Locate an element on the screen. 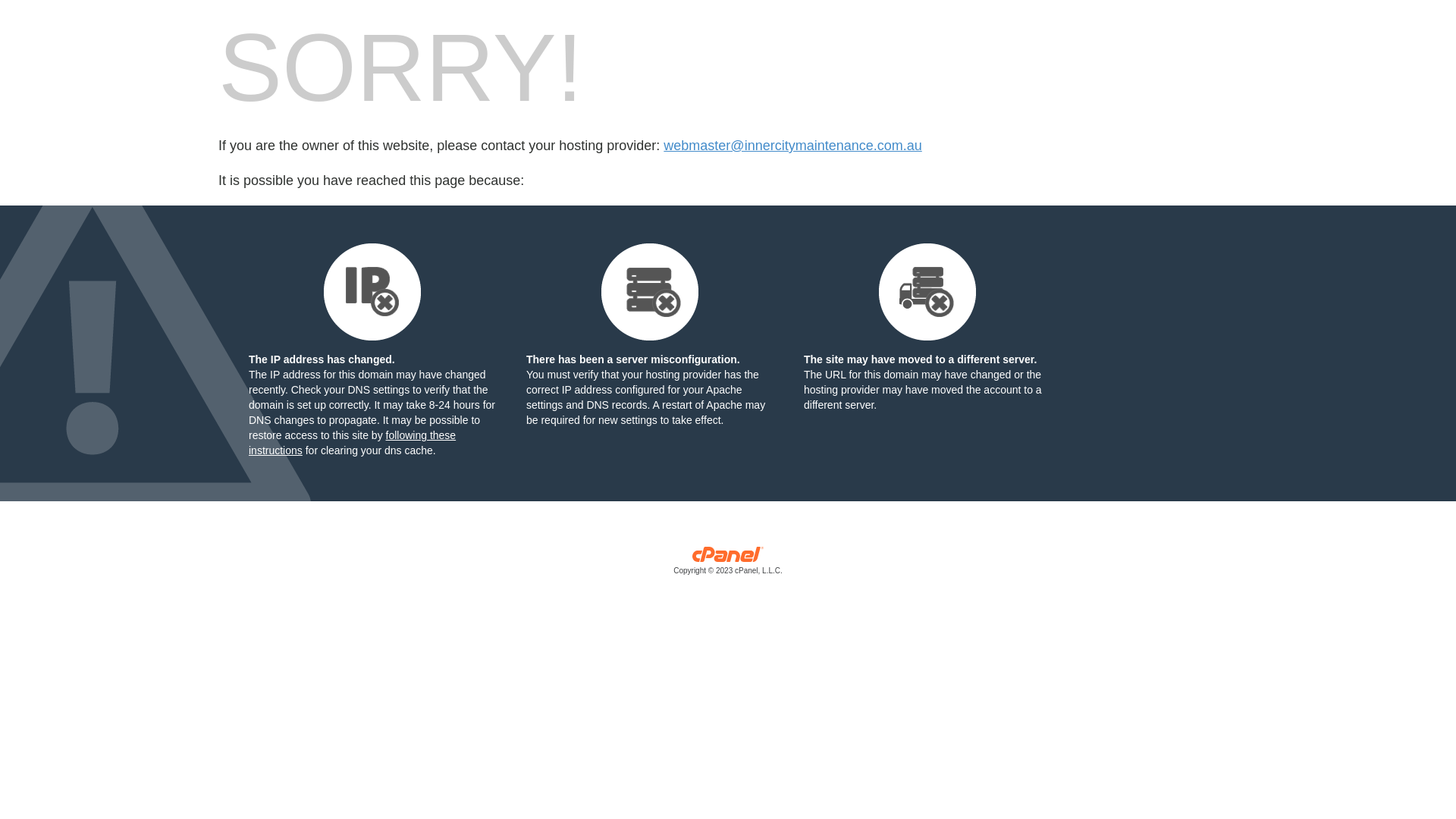 This screenshot has height=819, width=1456. 'webmaster@innercitymaintenance.com.au' is located at coordinates (792, 146).